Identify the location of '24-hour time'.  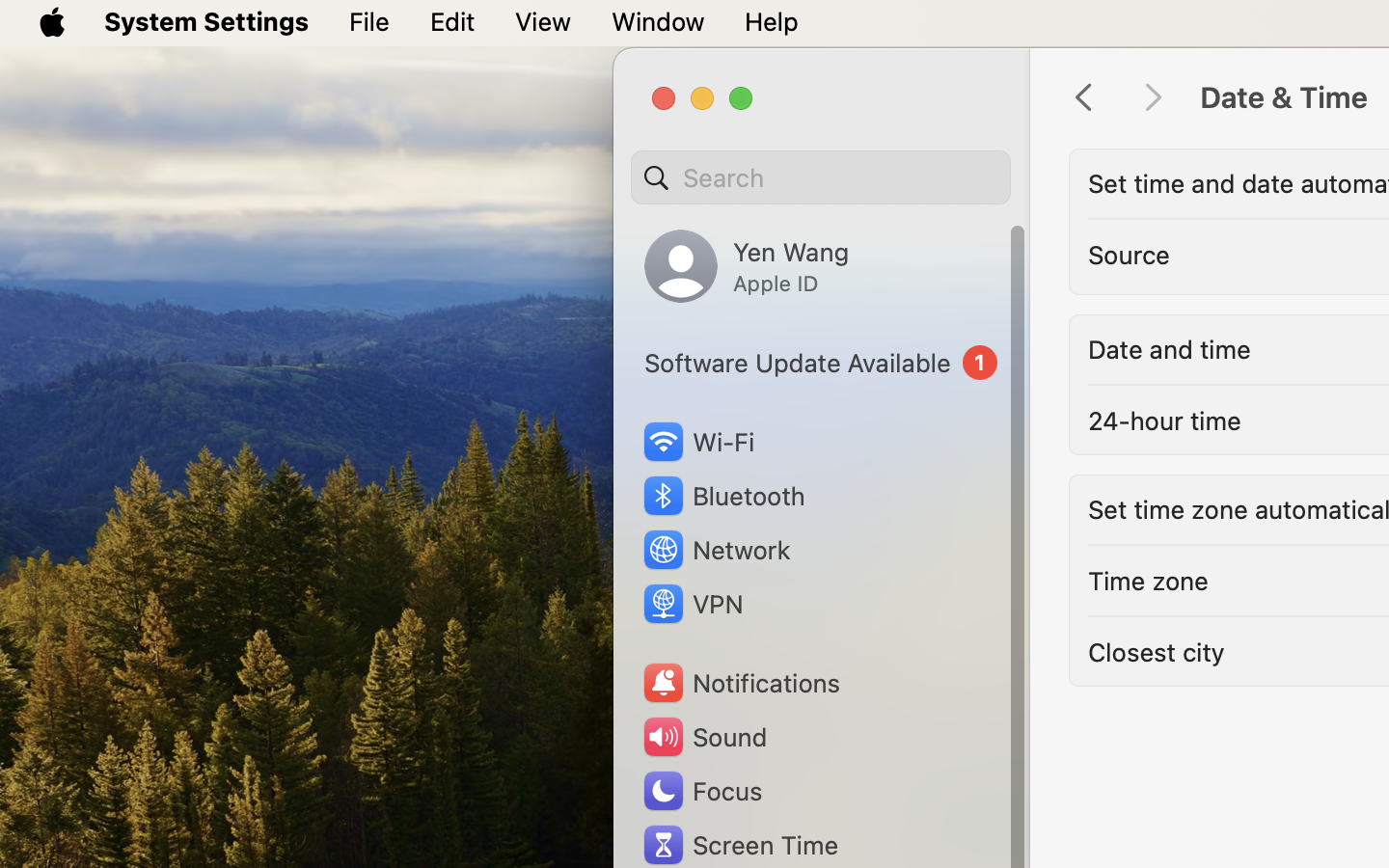
(1163, 420).